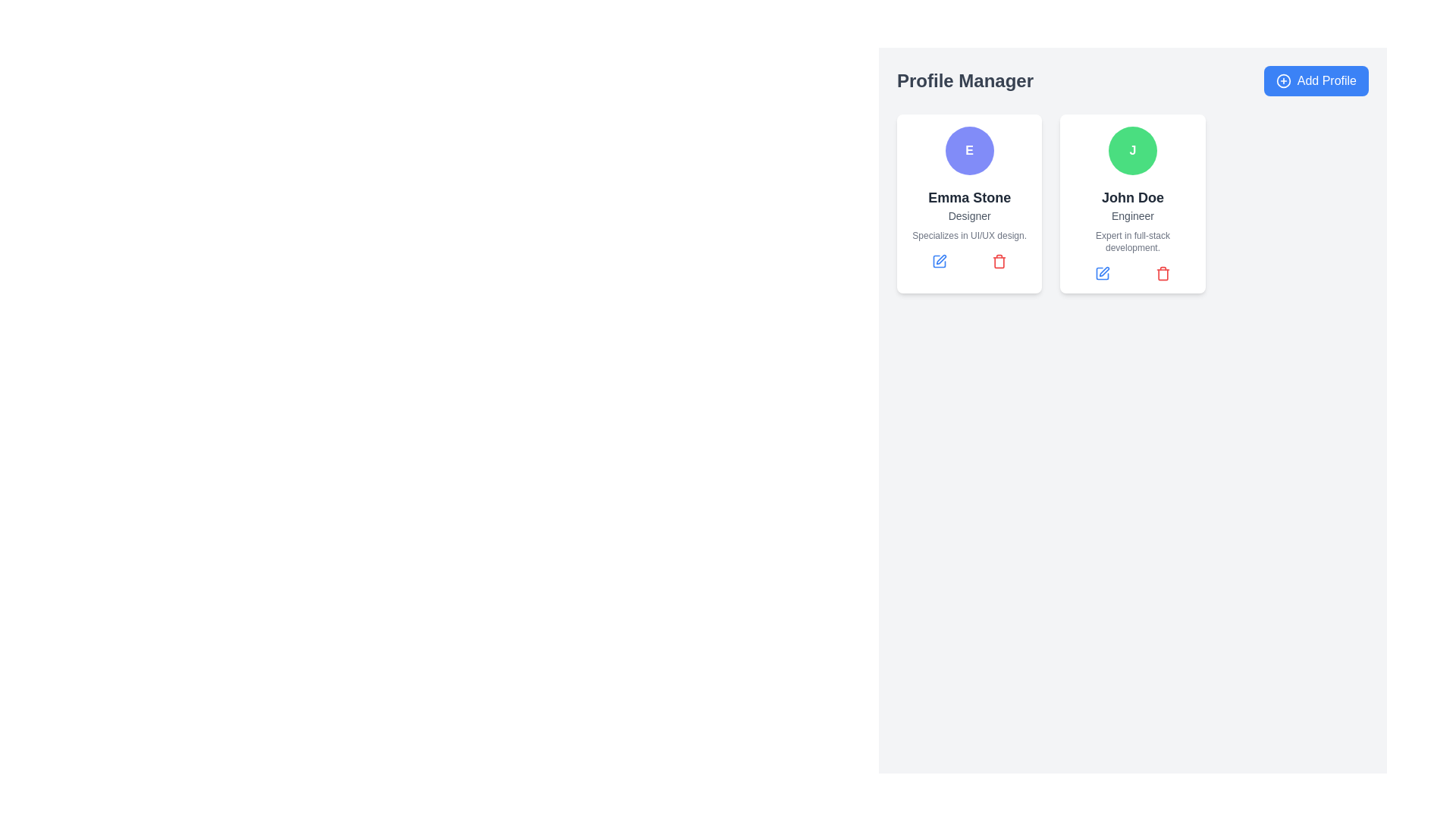 The height and width of the screenshot is (819, 1456). I want to click on the icon located within the 'Add Profile' button in the top-right corner of the interface to understand its function related to profile creation, so click(1282, 81).